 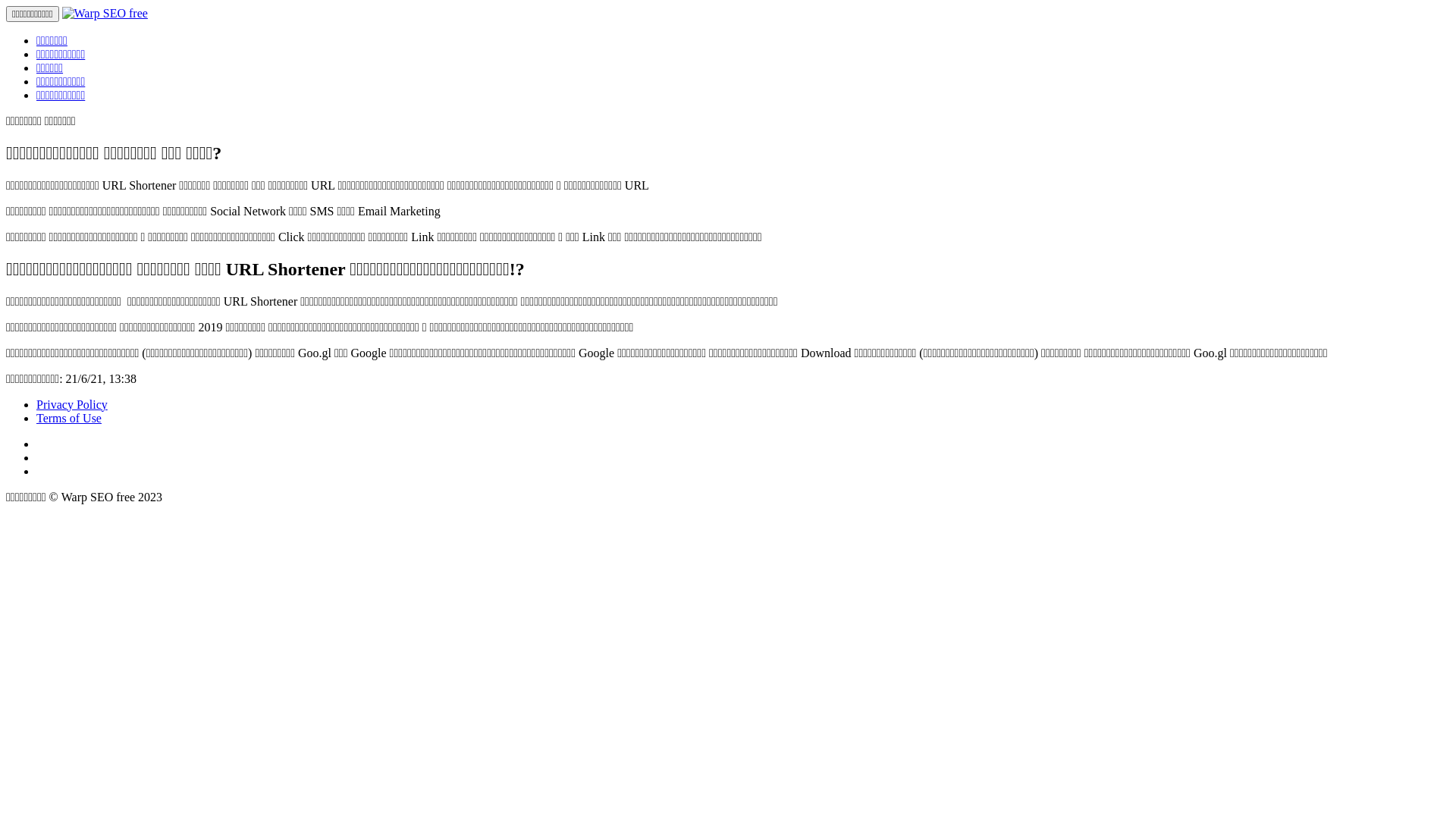 I want to click on 'Terms of Use', so click(x=68, y=418).